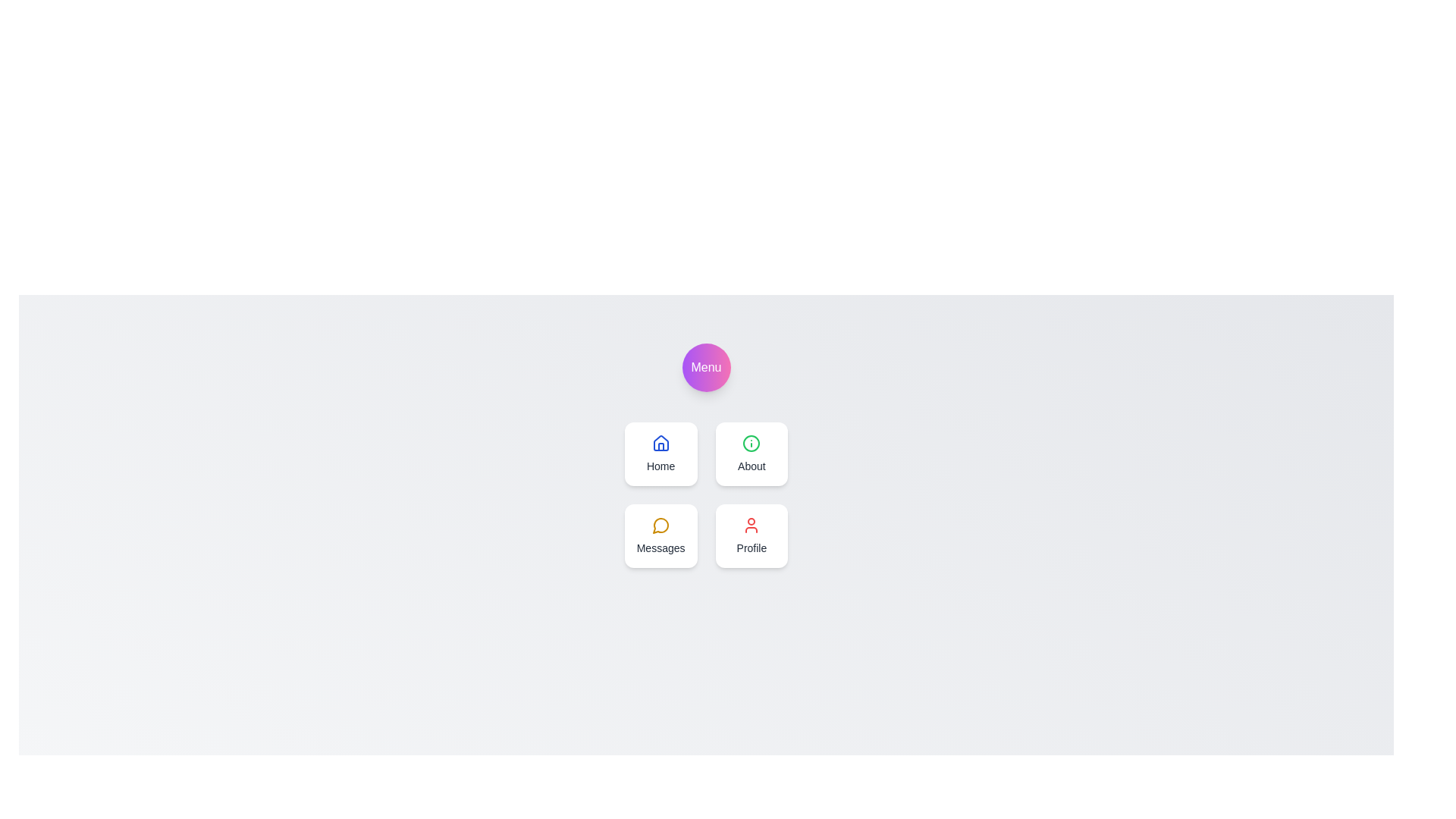  What do you see at coordinates (661, 535) in the screenshot?
I see `the Messages navigation item` at bounding box center [661, 535].